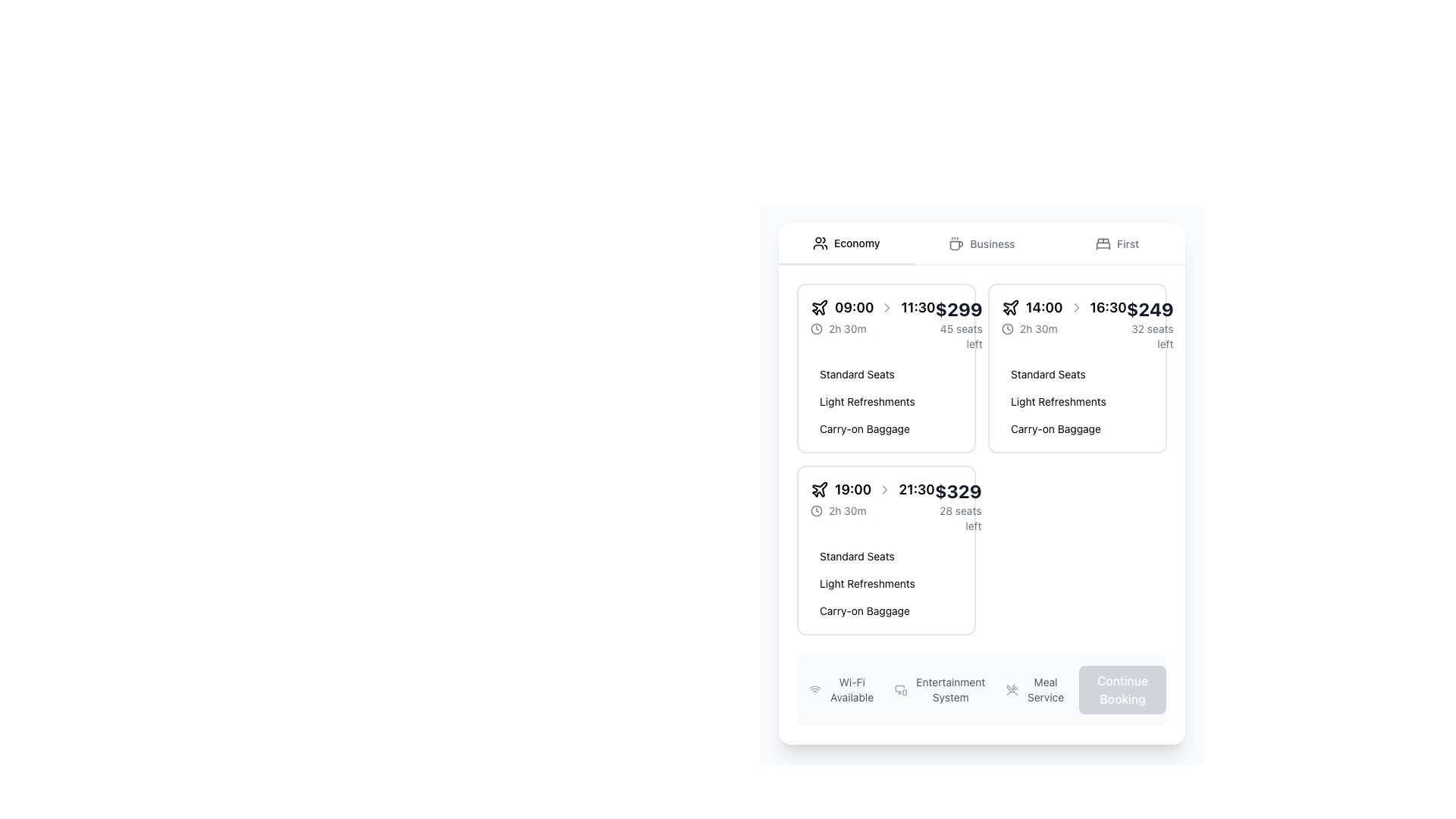  What do you see at coordinates (1063, 307) in the screenshot?
I see `the flight time range element displaying '14:00 - 16:30' with an airplane icon, located in the upper-right flight entry of the second column` at bounding box center [1063, 307].